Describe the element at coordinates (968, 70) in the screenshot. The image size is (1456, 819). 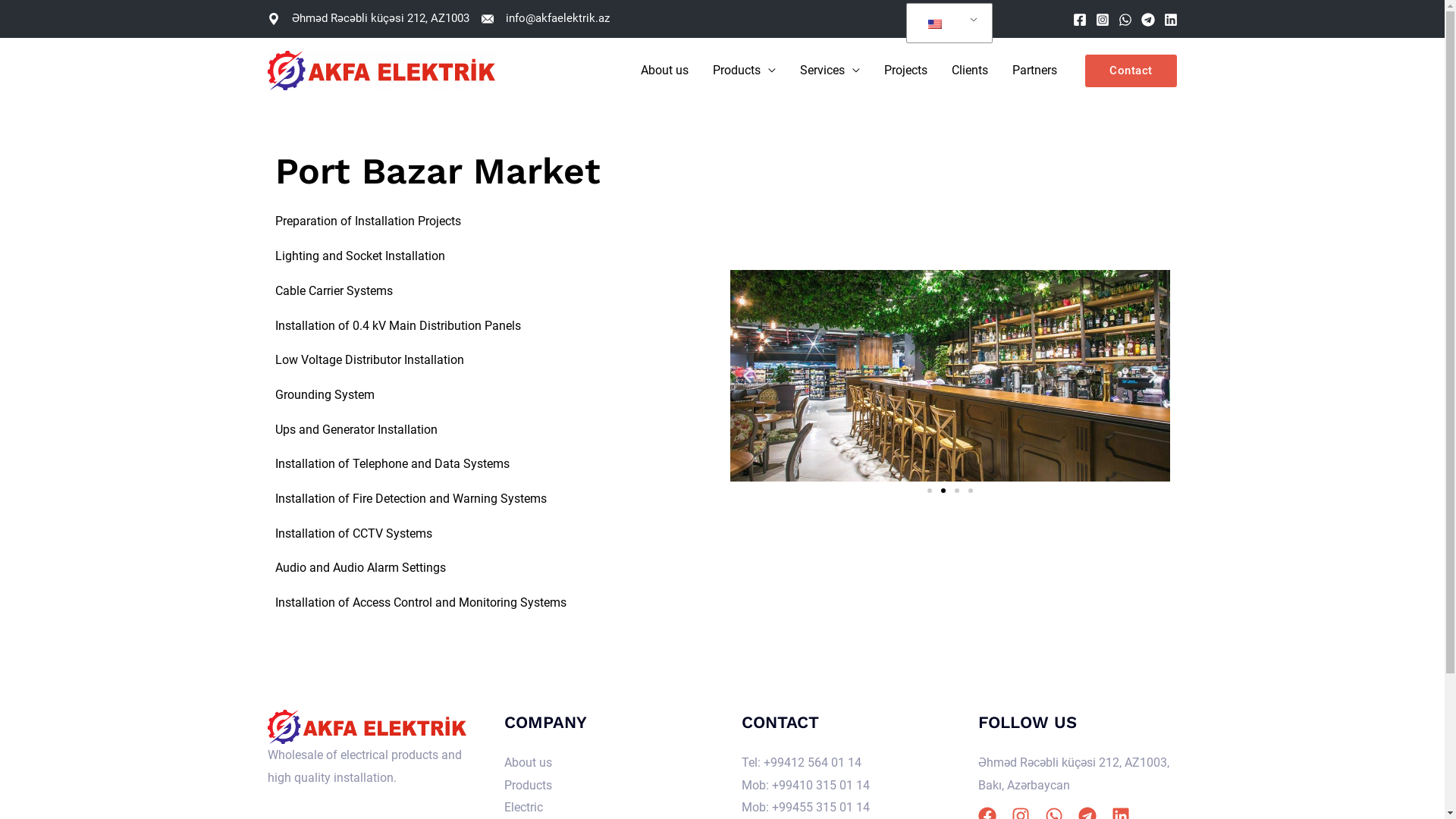
I see `'Clients'` at that location.